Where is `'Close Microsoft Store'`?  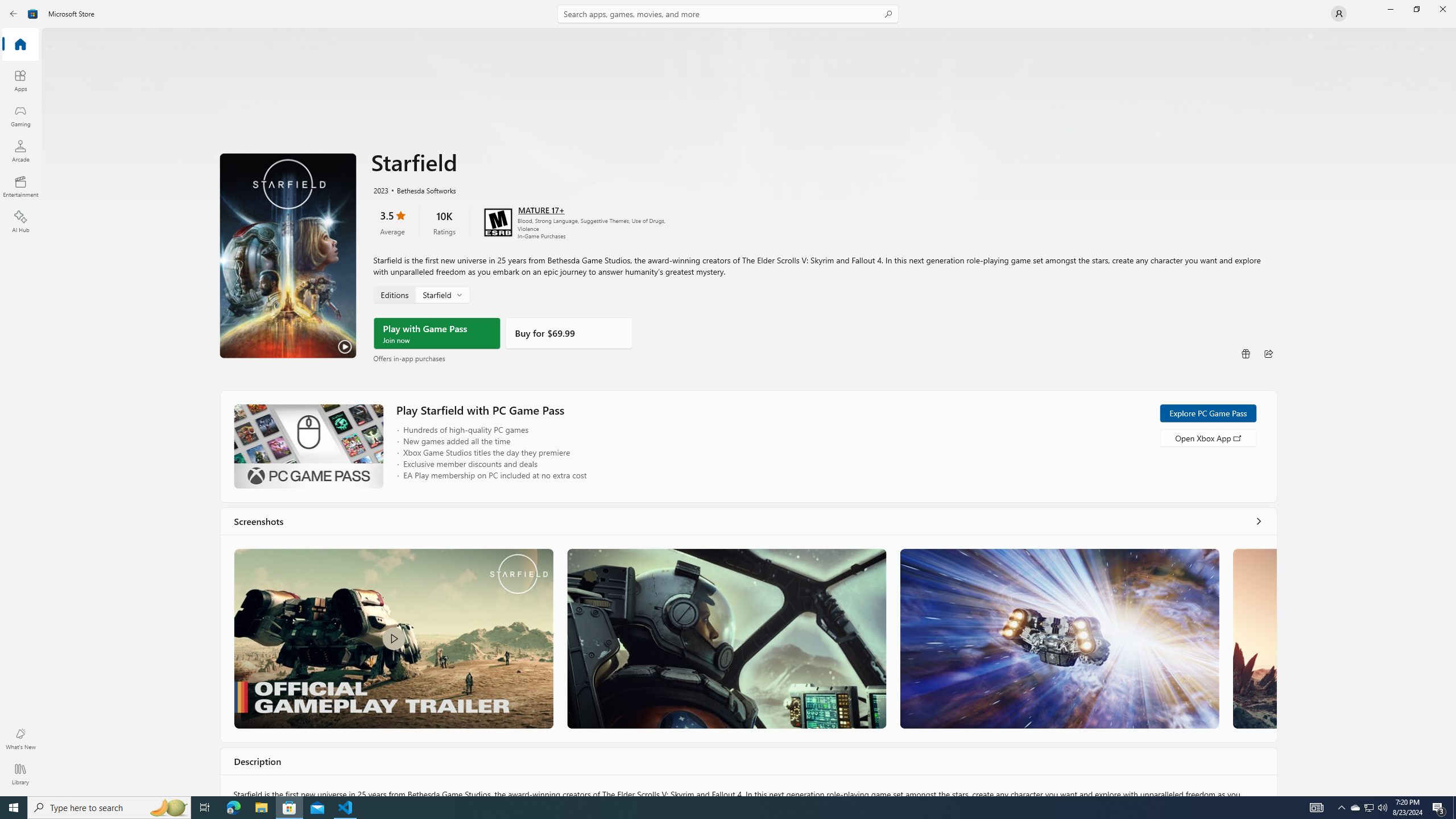
'Close Microsoft Store' is located at coordinates (1442, 9).